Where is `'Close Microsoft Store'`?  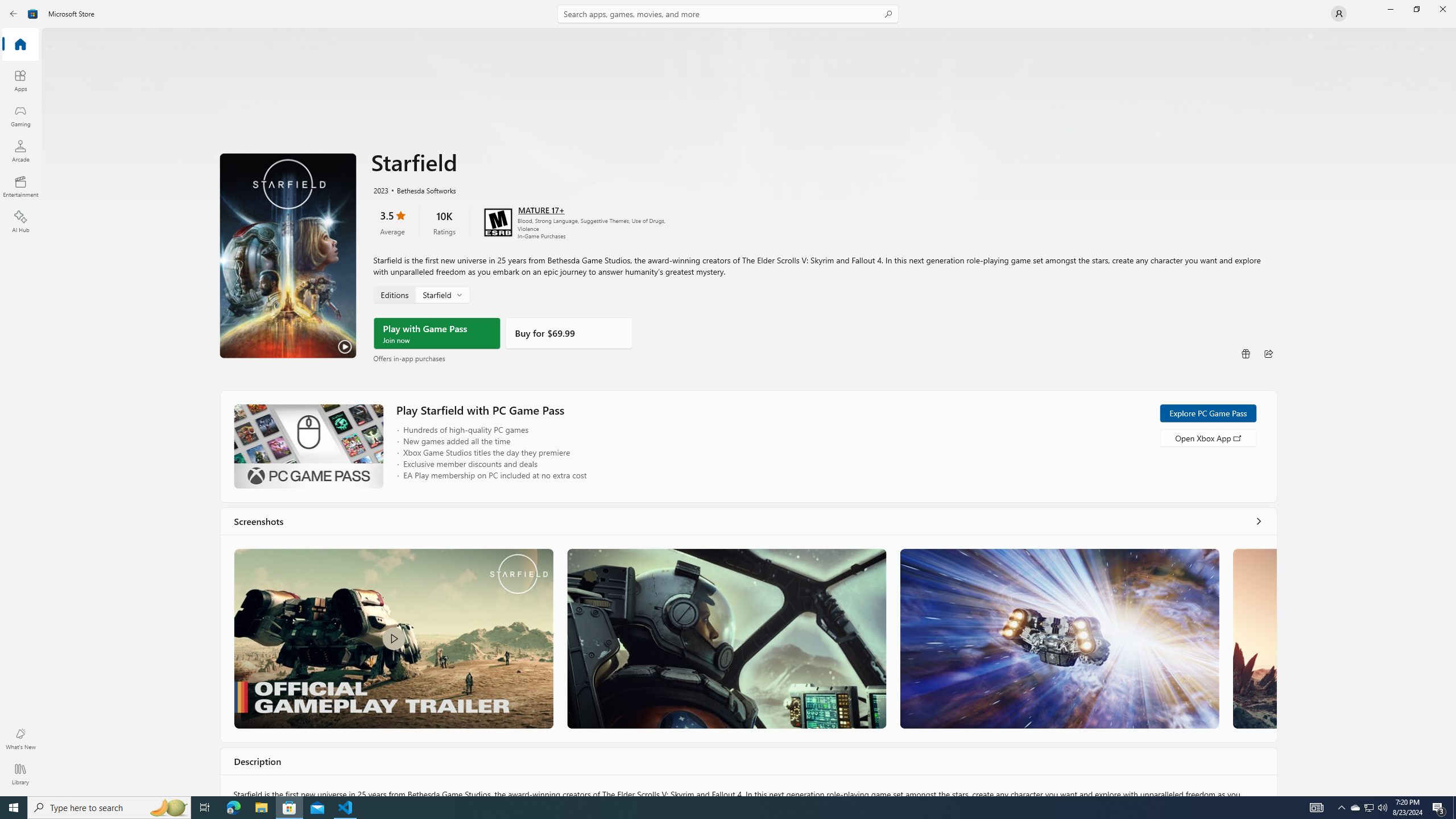
'Close Microsoft Store' is located at coordinates (1442, 9).